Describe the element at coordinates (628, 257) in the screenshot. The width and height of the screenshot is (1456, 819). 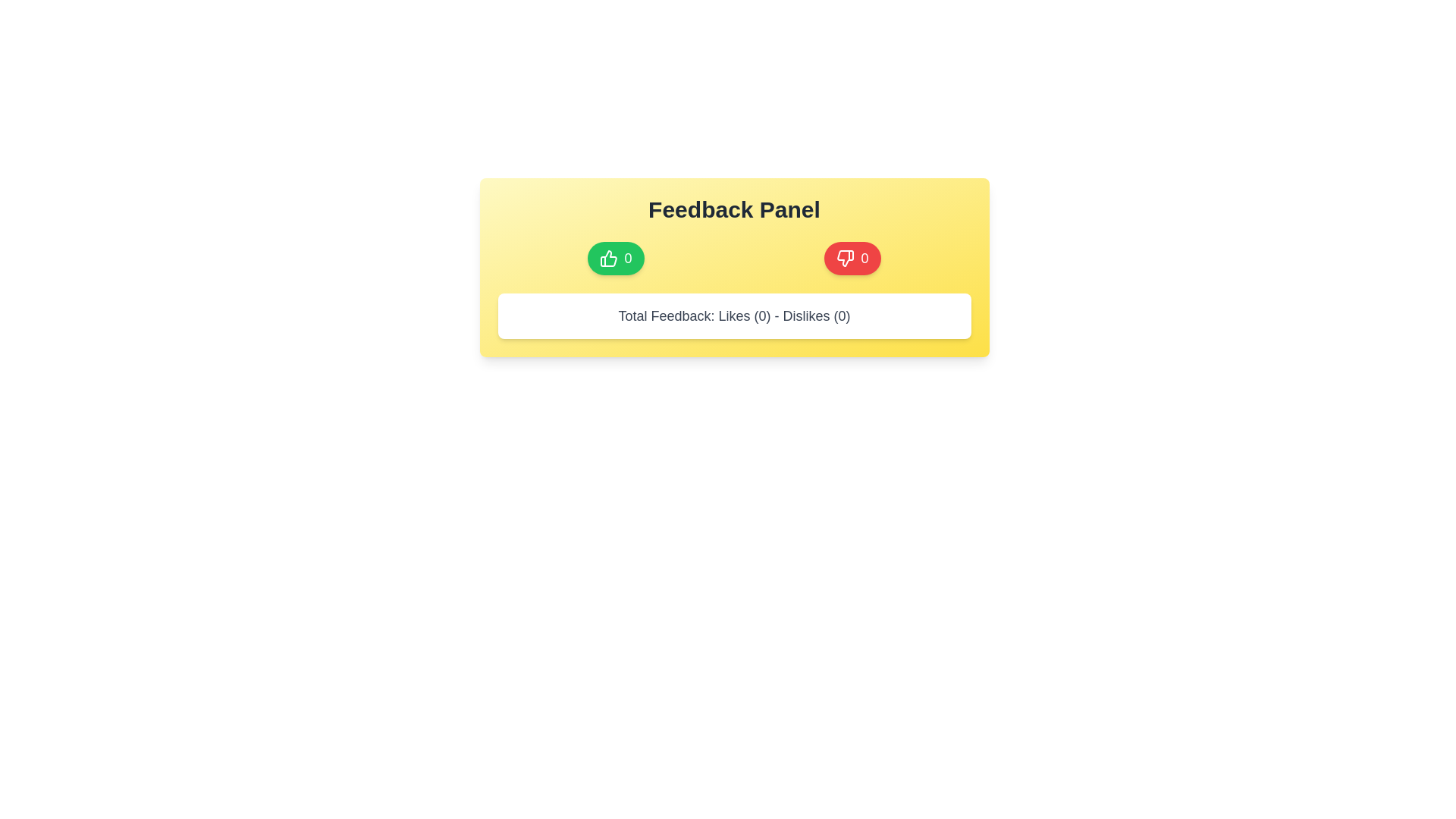
I see `the green 'like' button to increment the count displayed in the text label` at that location.